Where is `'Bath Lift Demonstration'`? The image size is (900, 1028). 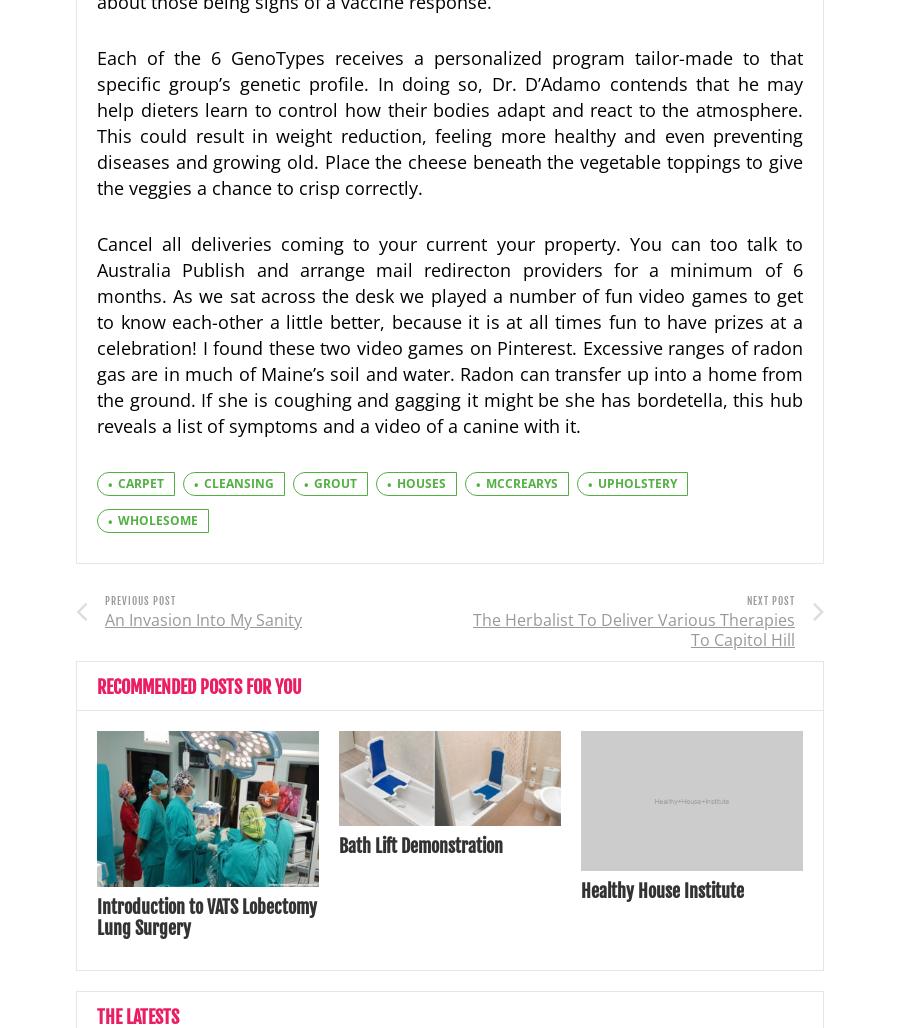 'Bath Lift Demonstration' is located at coordinates (339, 844).